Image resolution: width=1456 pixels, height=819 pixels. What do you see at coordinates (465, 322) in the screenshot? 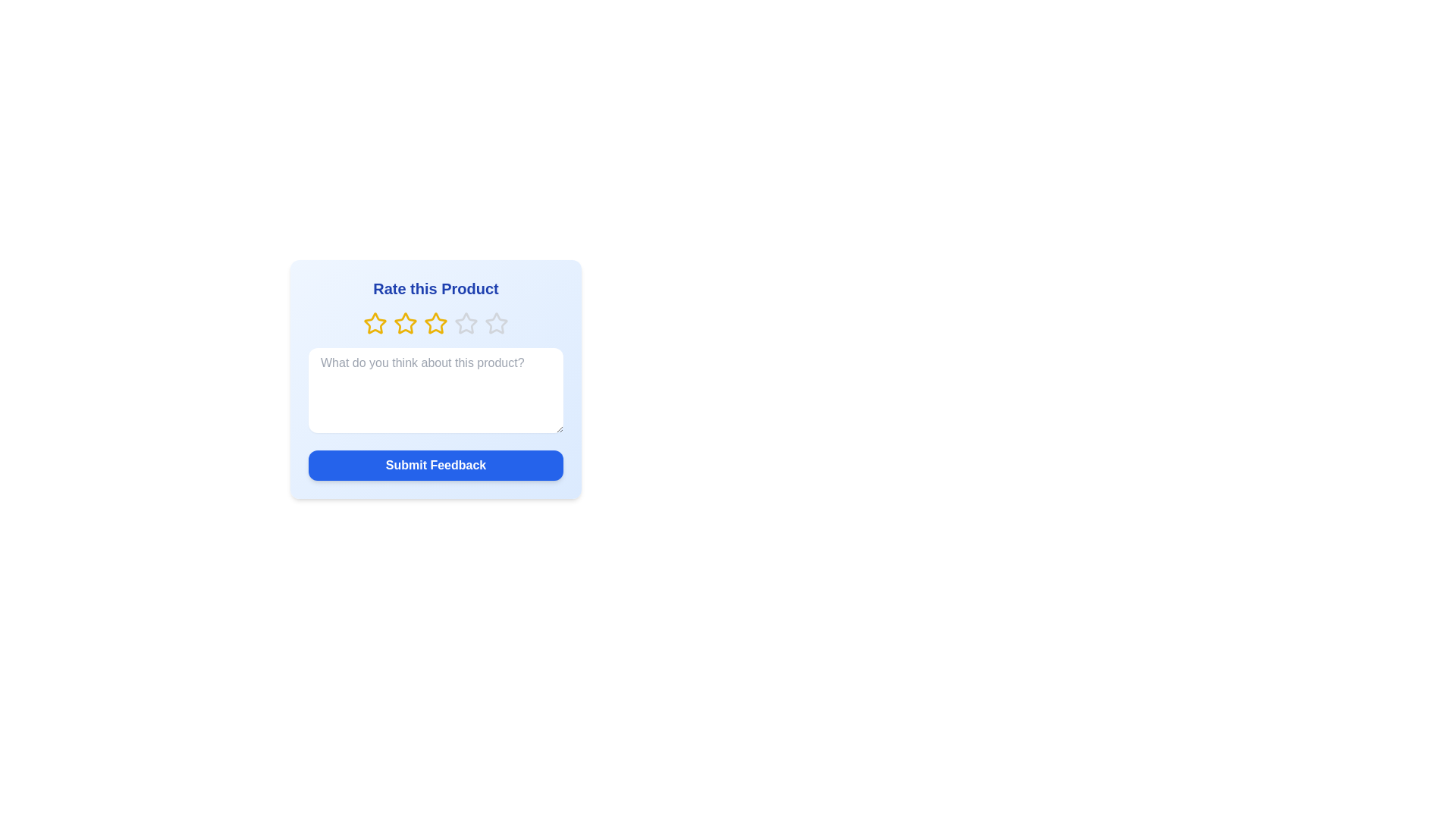
I see `the fourth star in the graphic rating control` at bounding box center [465, 322].